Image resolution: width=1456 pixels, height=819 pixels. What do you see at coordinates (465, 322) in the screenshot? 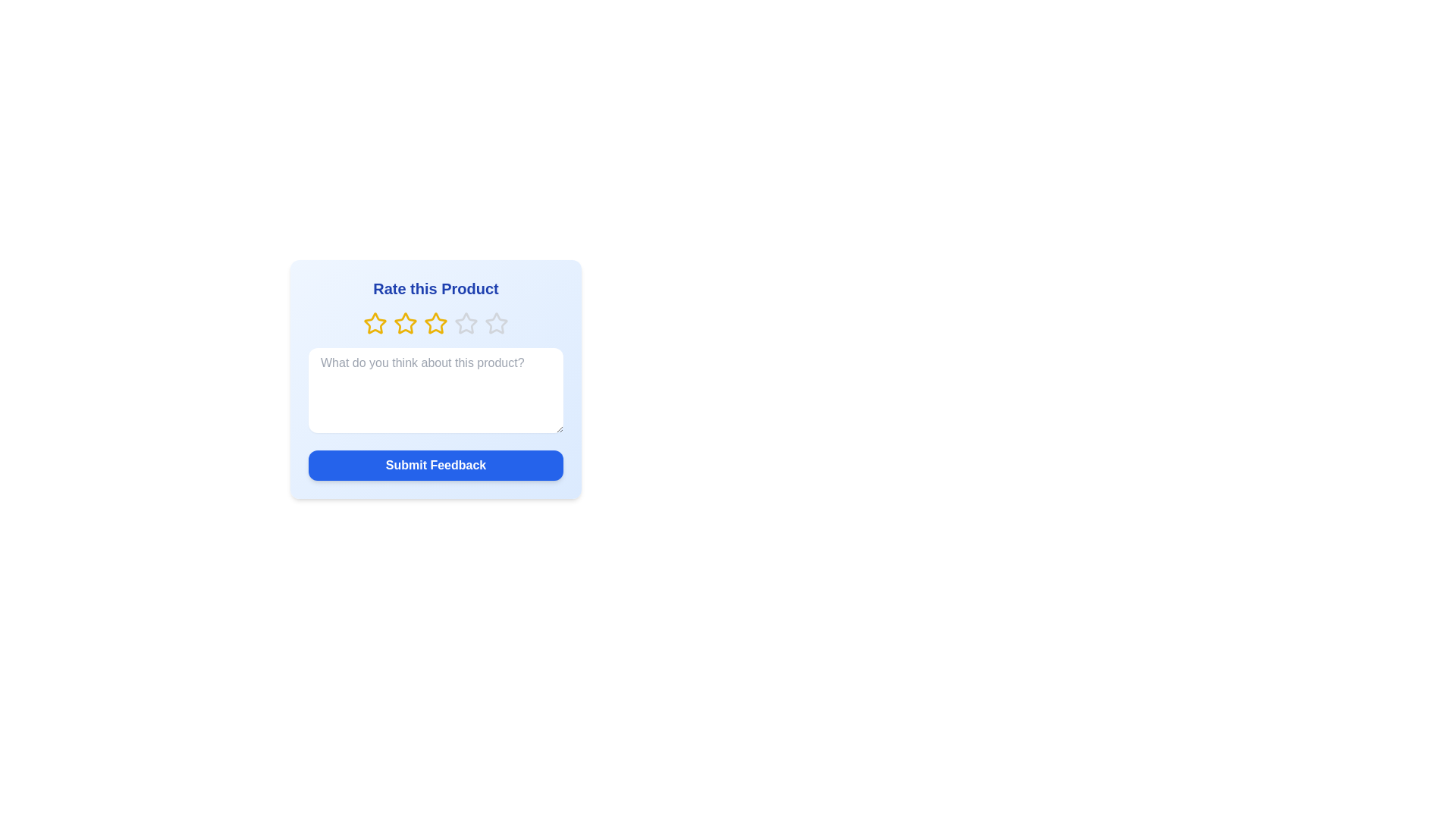
I see `the fourth star in the graphic rating control` at bounding box center [465, 322].